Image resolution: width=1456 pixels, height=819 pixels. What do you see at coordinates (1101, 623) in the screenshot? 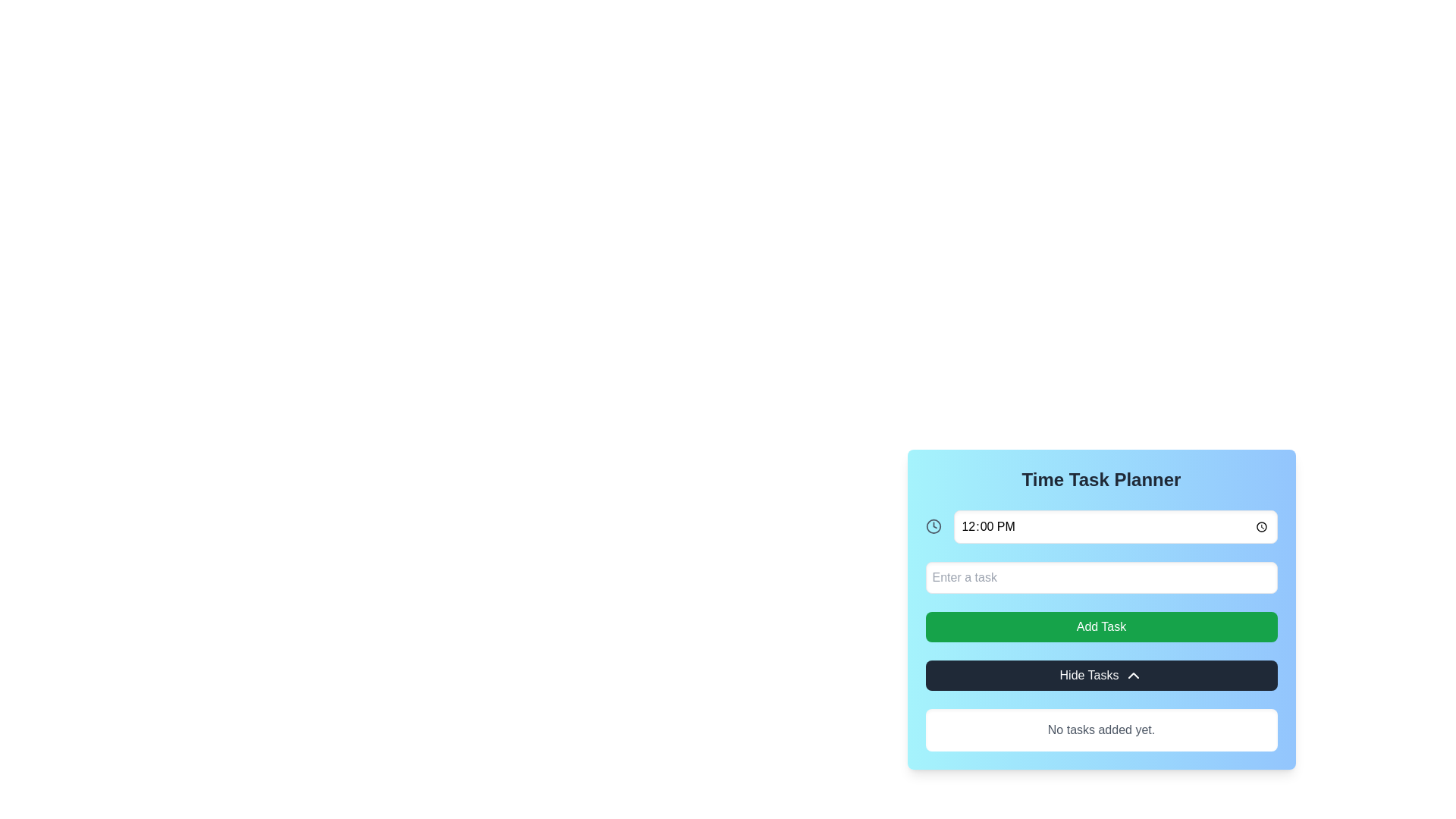
I see `the Interactive panel titled 'Time Task Planner'` at bounding box center [1101, 623].